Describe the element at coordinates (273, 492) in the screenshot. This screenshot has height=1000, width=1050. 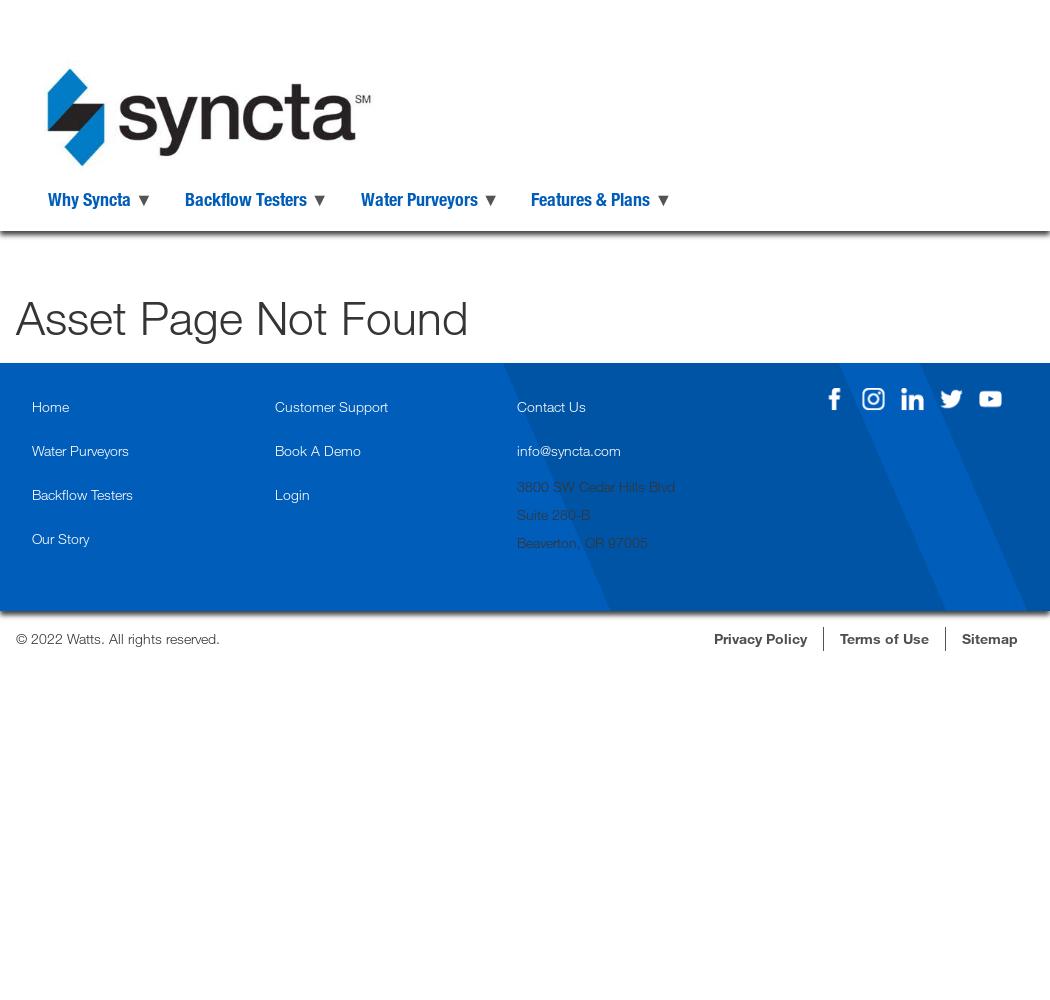
I see `'Login'` at that location.